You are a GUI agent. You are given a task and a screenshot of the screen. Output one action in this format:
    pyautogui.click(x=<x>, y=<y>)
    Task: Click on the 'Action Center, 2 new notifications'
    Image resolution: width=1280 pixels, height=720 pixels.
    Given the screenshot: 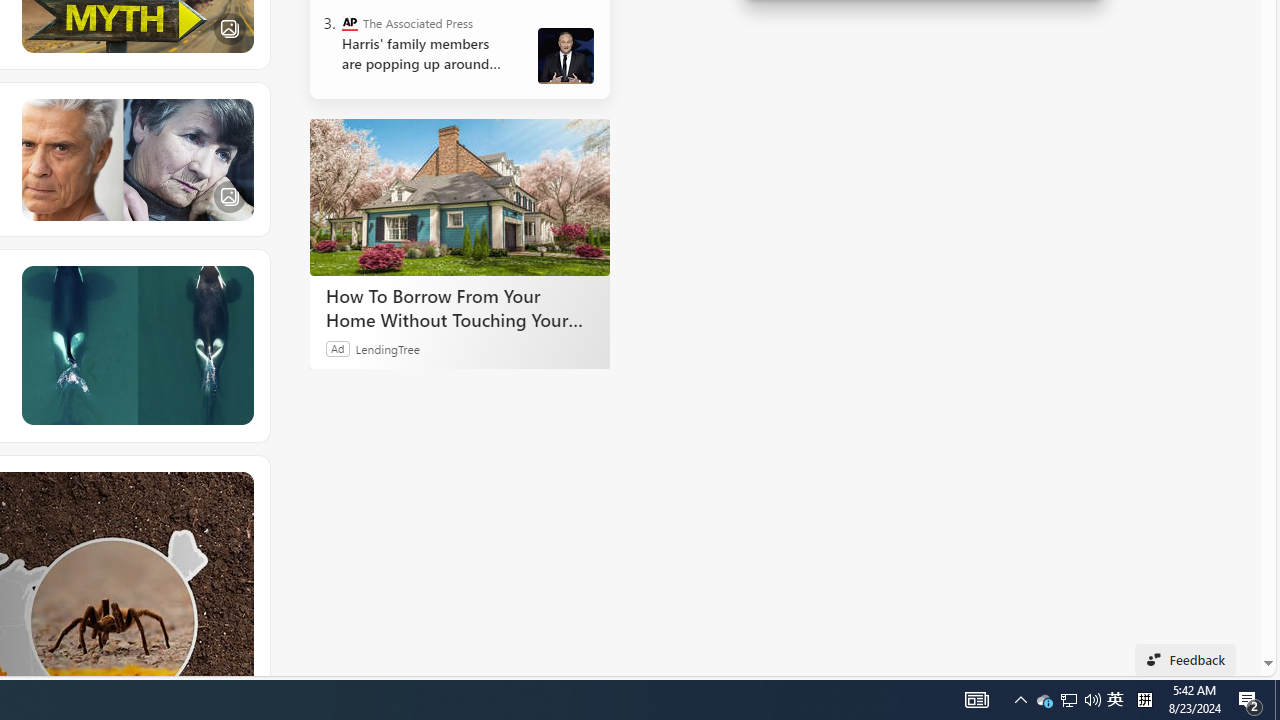 What is the action you would take?
    pyautogui.click(x=1276, y=698)
    